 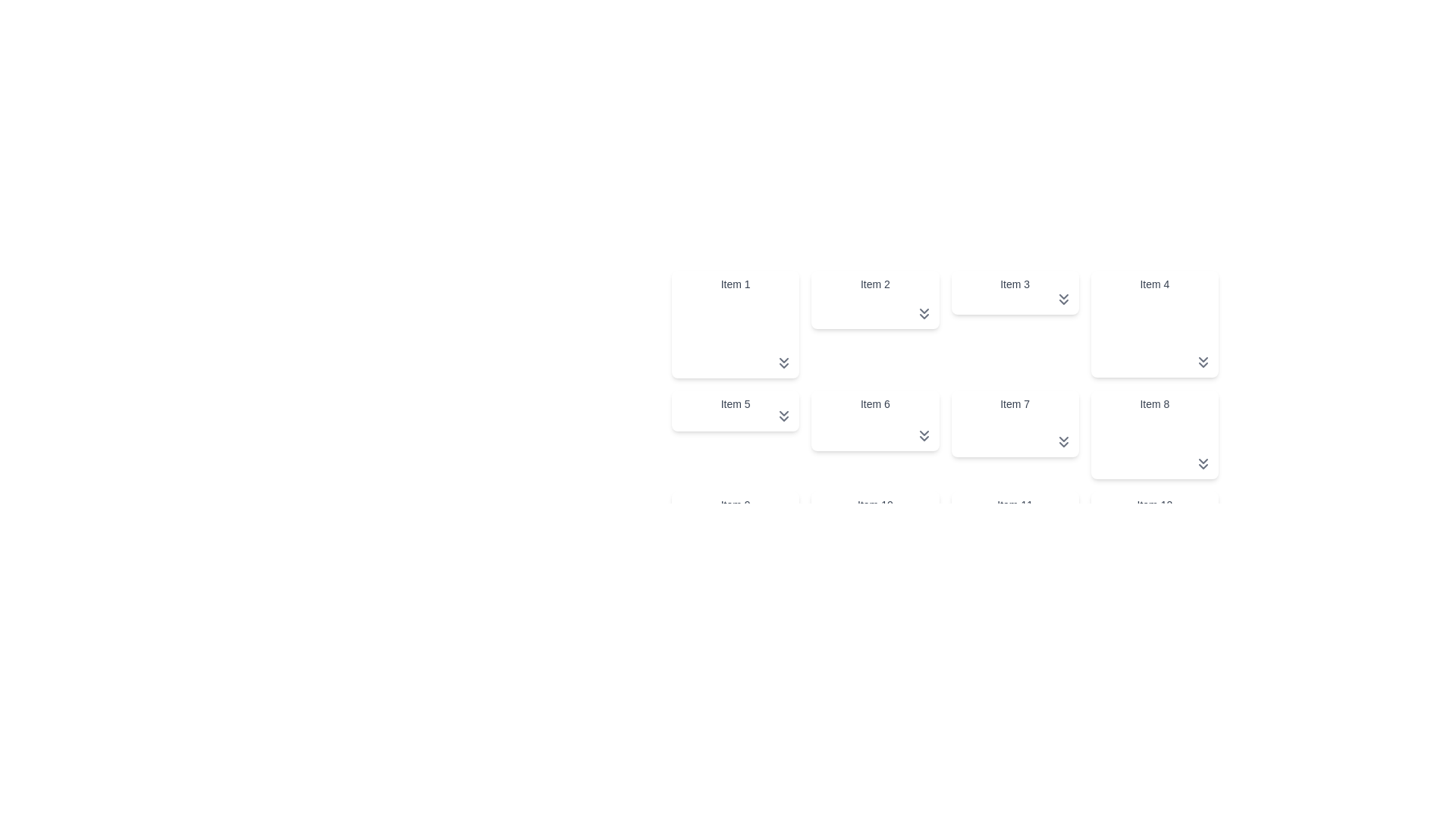 What do you see at coordinates (1153, 538) in the screenshot?
I see `the 'Item 12' card located in the bottom-right corner of the grid layout` at bounding box center [1153, 538].